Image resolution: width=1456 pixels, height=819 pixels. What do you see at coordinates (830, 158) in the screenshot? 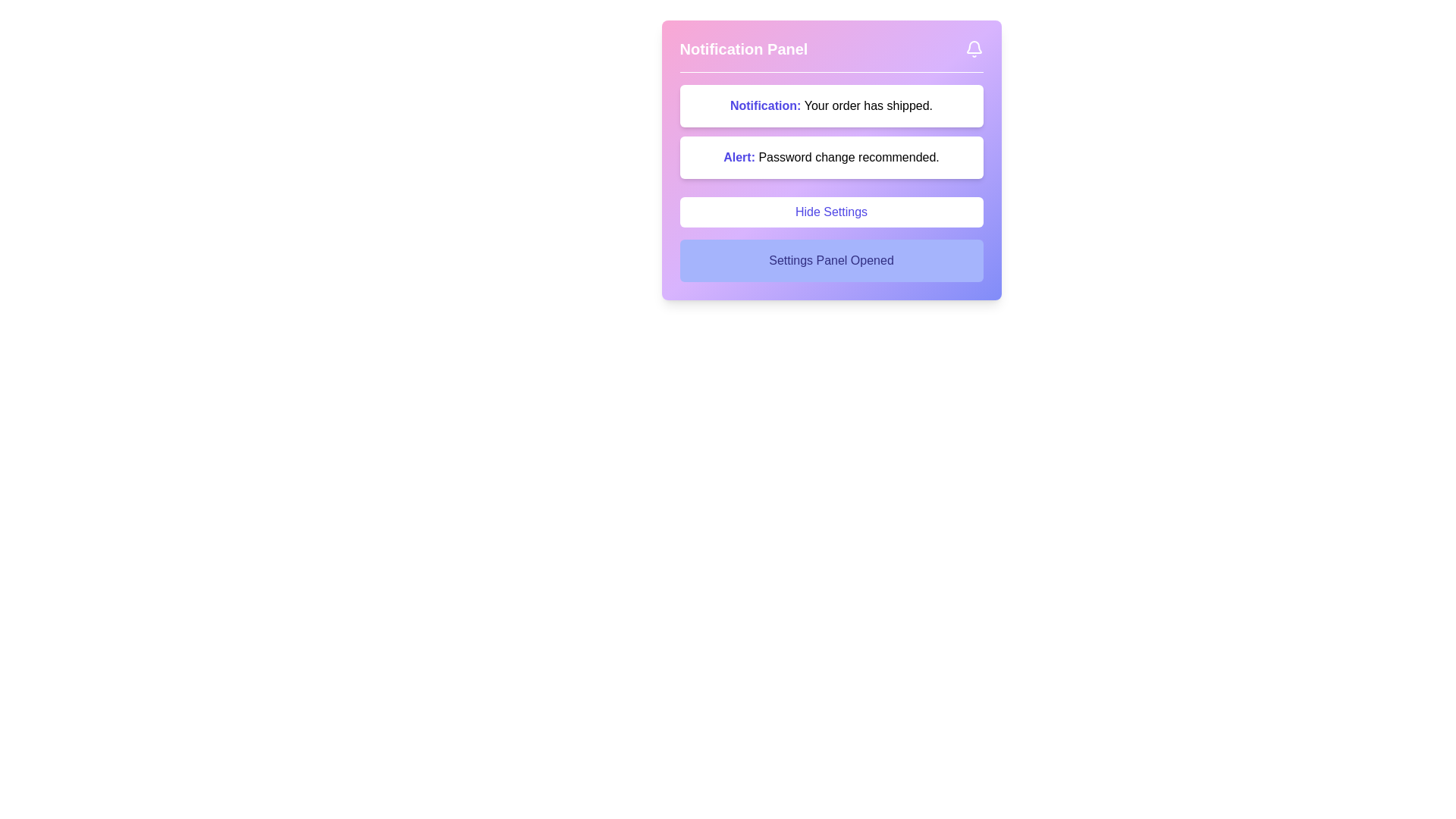
I see `notification from the Notification Box displaying 'Alert: Password change recommended.' with bold indigo text` at bounding box center [830, 158].